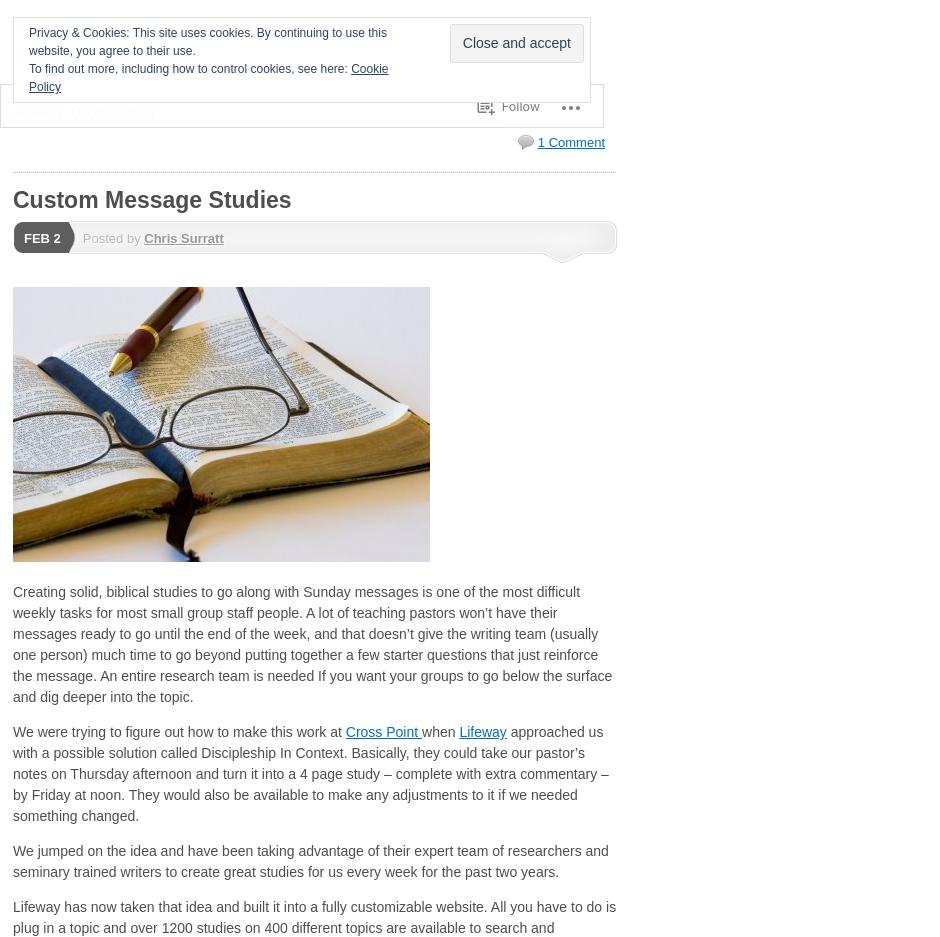  I want to click on 'approached us with a possible solution called Discipleship In Context. Basically, they could take our pastor’s notes on Thursday afternoon and turn it into a 4 page study – complete with extra commentary – by Friday at noon. They would also be available to make any adjustments to it if we needed something changed.', so click(309, 773).